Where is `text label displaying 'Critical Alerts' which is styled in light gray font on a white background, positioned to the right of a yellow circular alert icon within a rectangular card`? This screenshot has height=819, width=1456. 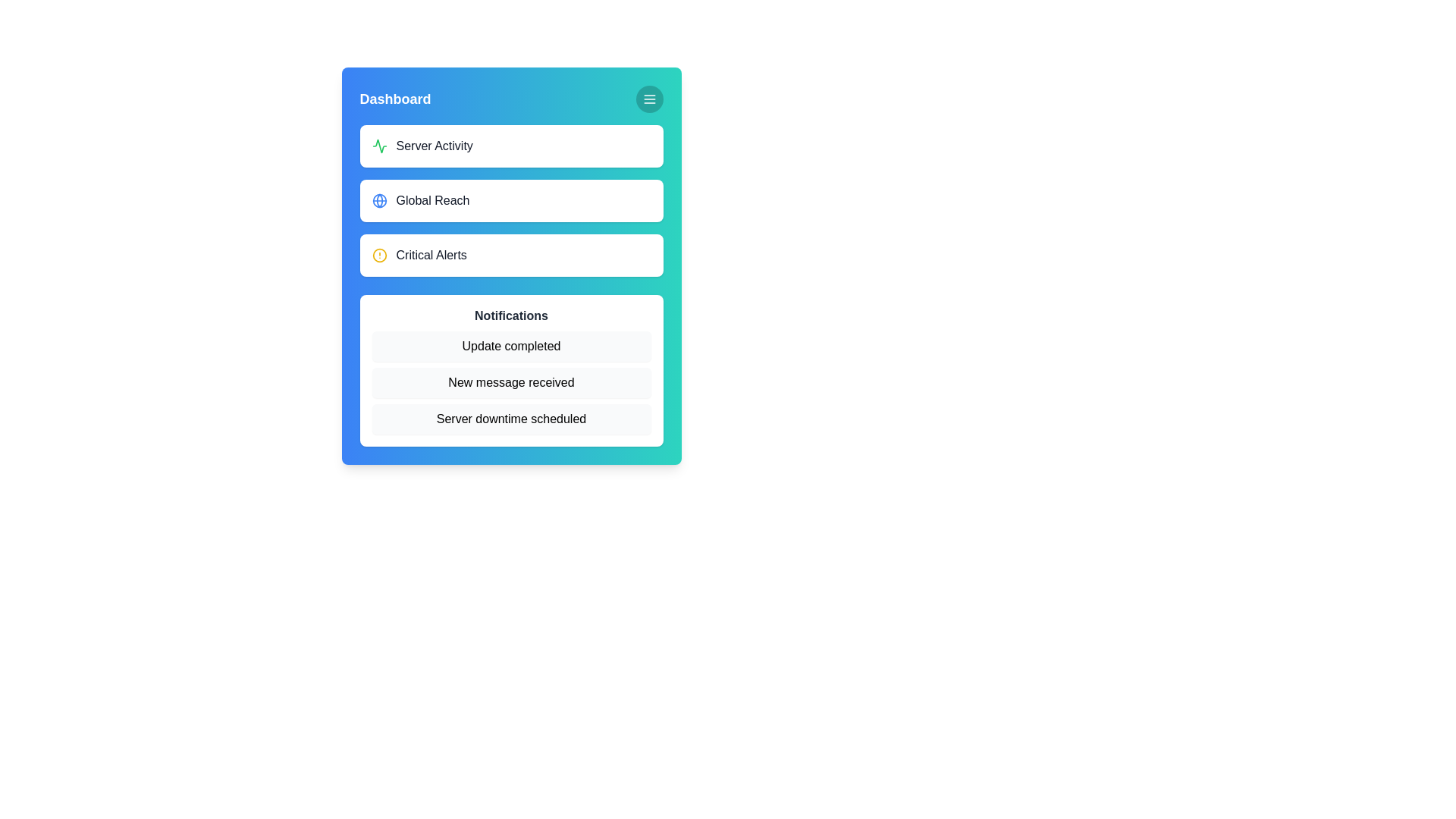 text label displaying 'Critical Alerts' which is styled in light gray font on a white background, positioned to the right of a yellow circular alert icon within a rectangular card is located at coordinates (431, 254).